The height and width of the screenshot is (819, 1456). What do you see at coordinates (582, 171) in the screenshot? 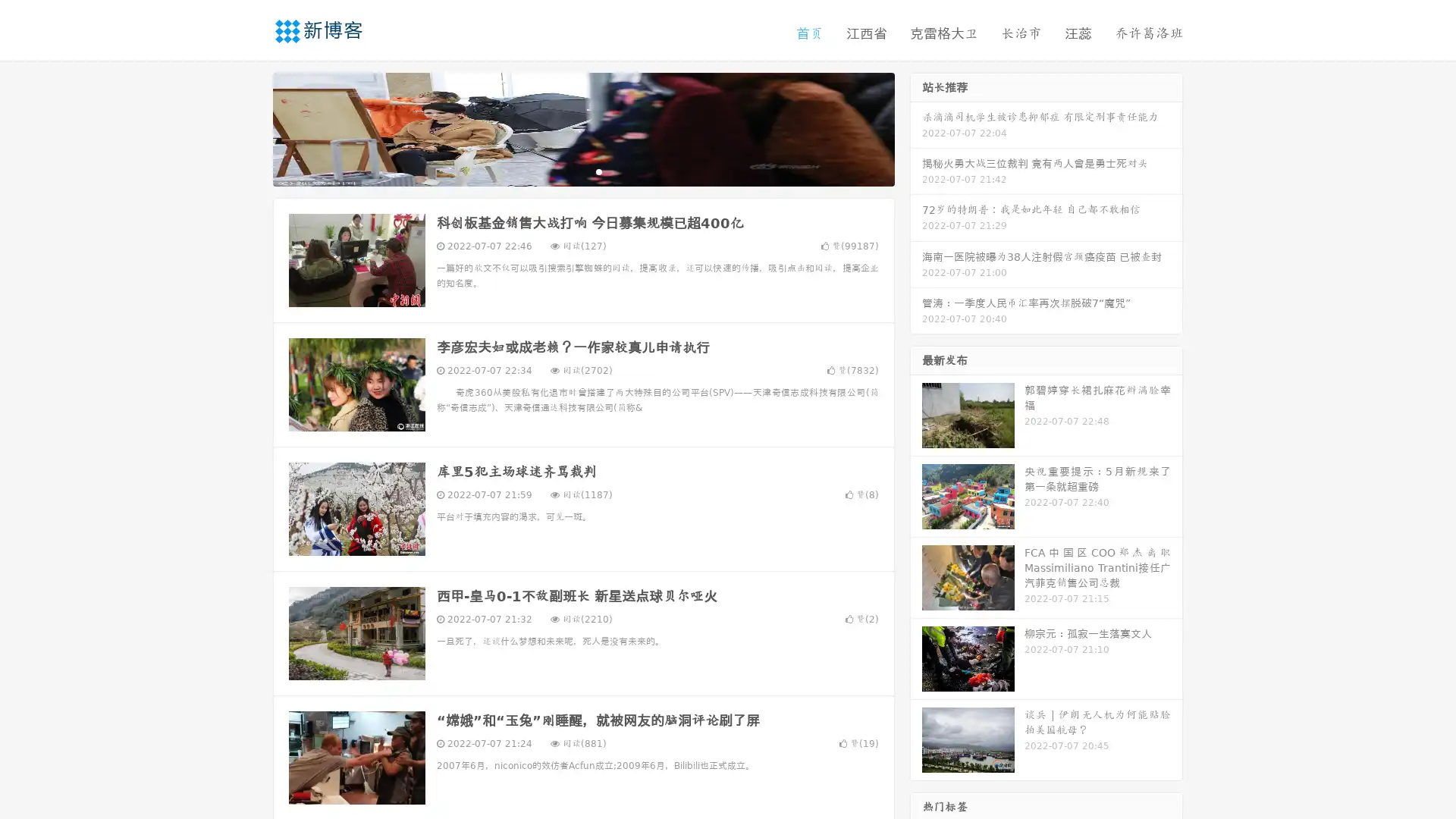
I see `Go to slide 2` at bounding box center [582, 171].